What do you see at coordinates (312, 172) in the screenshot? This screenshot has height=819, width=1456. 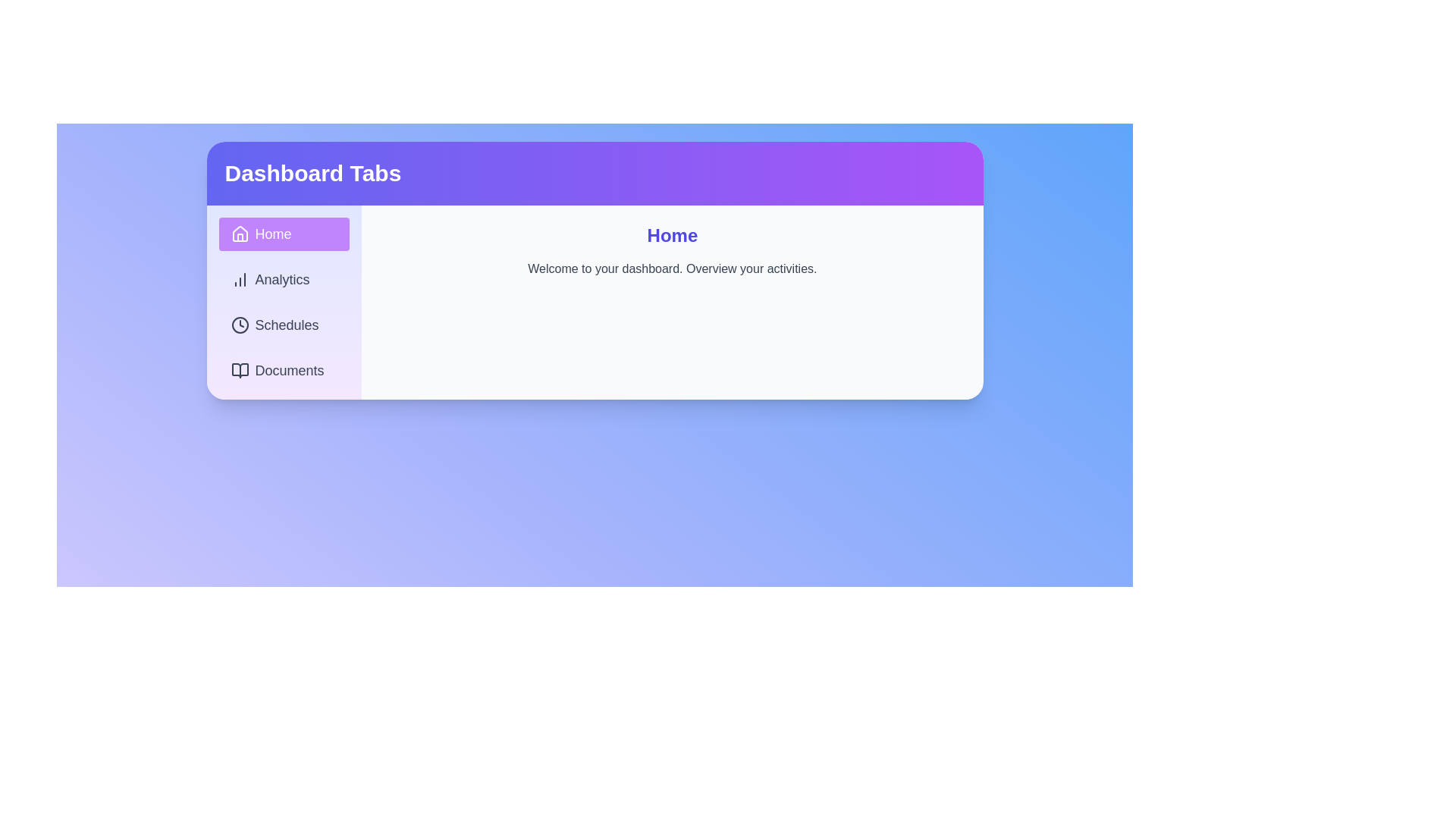 I see `the header text labeled 'Dashboard Tabs'` at bounding box center [312, 172].